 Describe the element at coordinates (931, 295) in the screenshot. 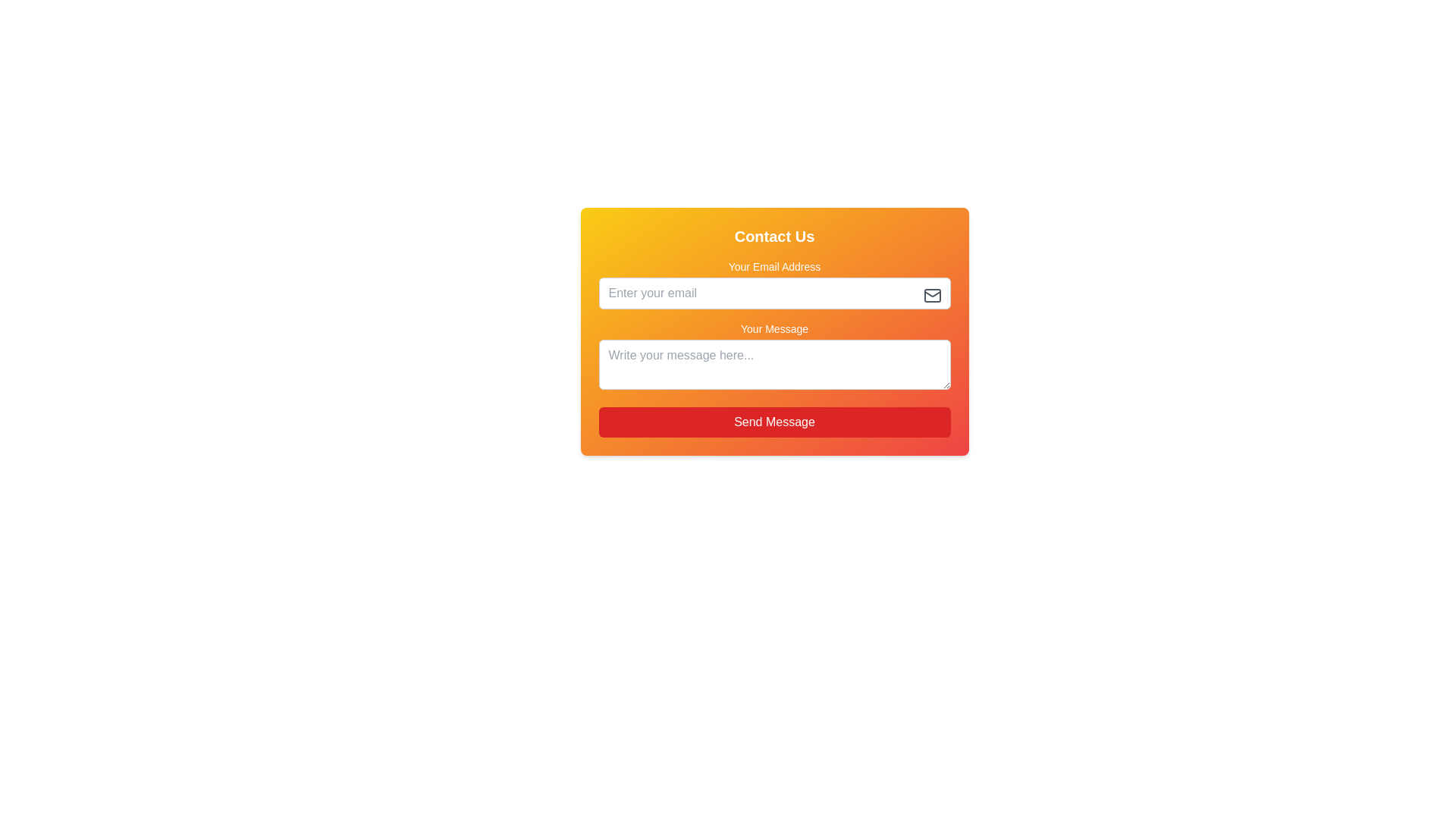

I see `the envelope icon located to the right of the 'Your Email Address' input field, which features a minimalist line-art design` at that location.